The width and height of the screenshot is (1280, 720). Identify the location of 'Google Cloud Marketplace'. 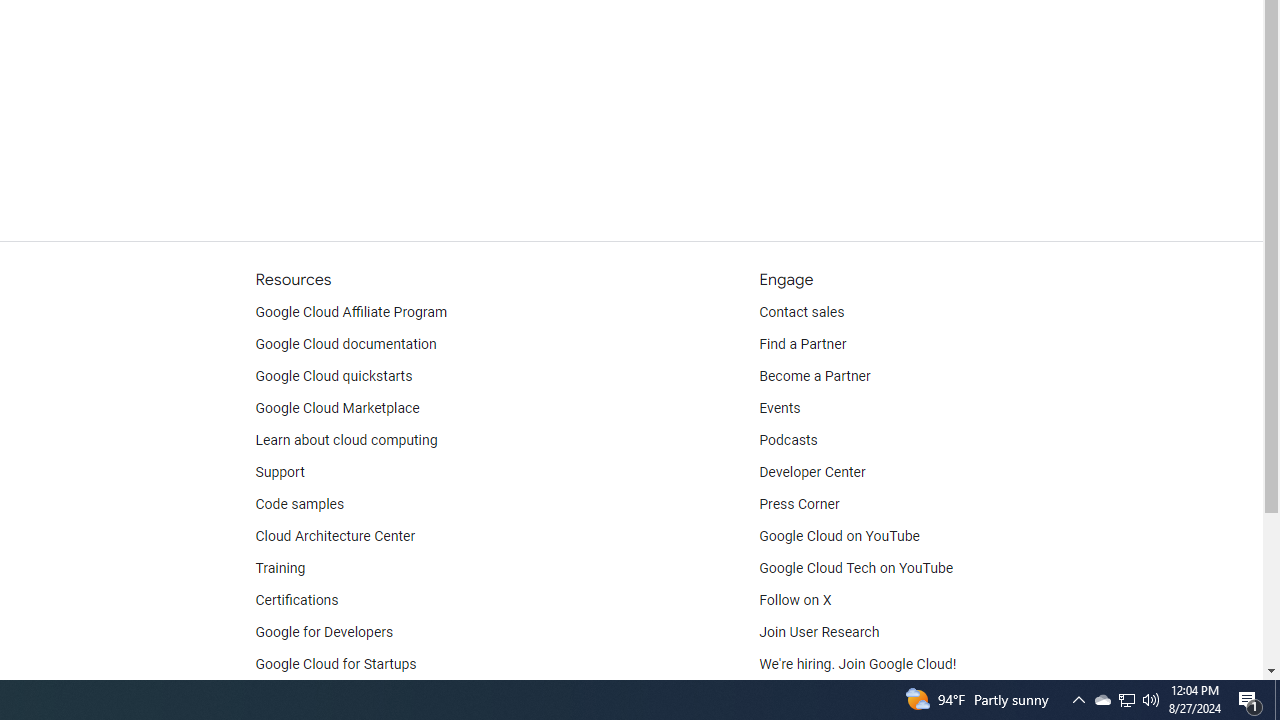
(337, 407).